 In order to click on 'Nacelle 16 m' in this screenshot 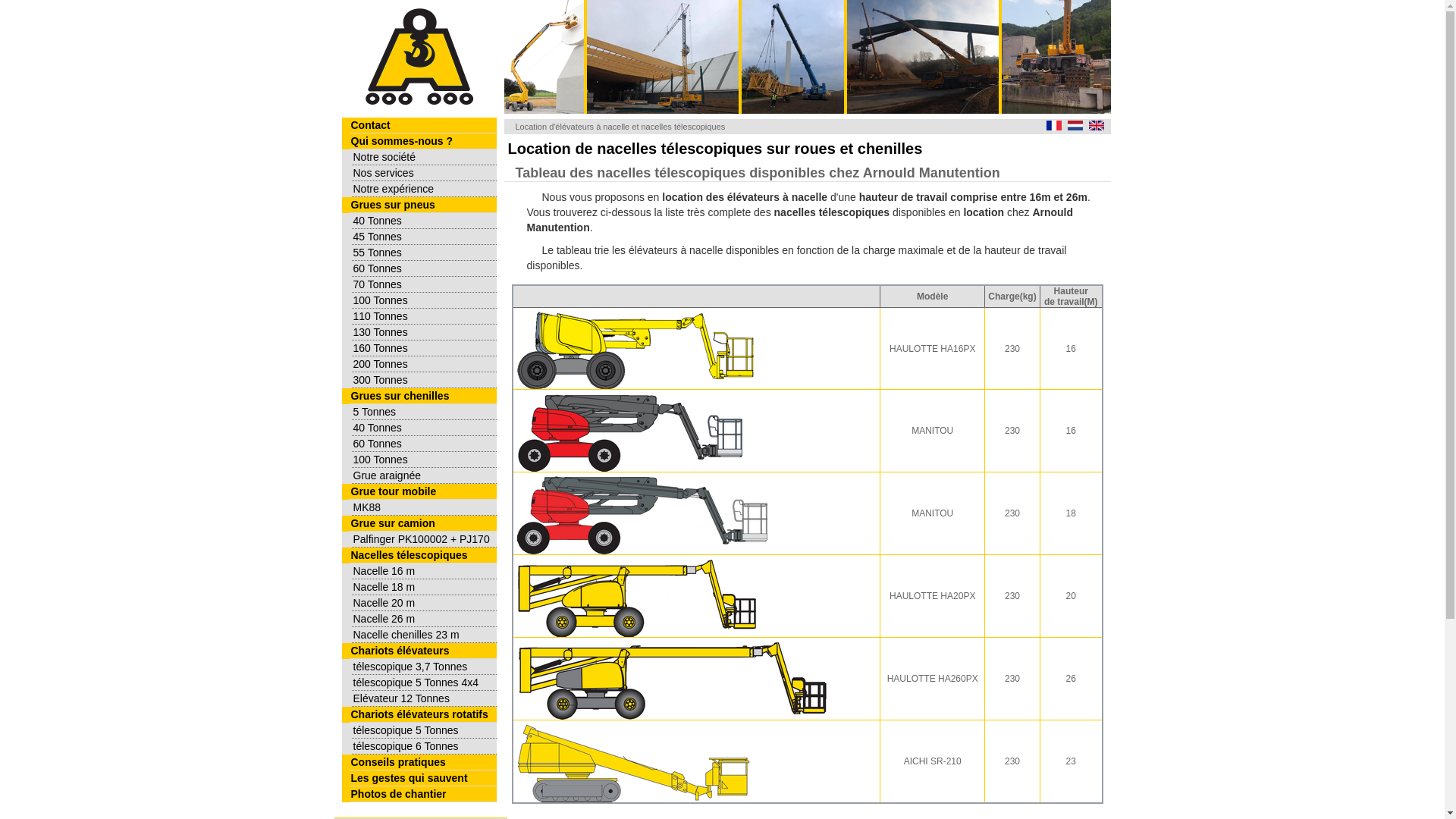, I will do `click(351, 571)`.